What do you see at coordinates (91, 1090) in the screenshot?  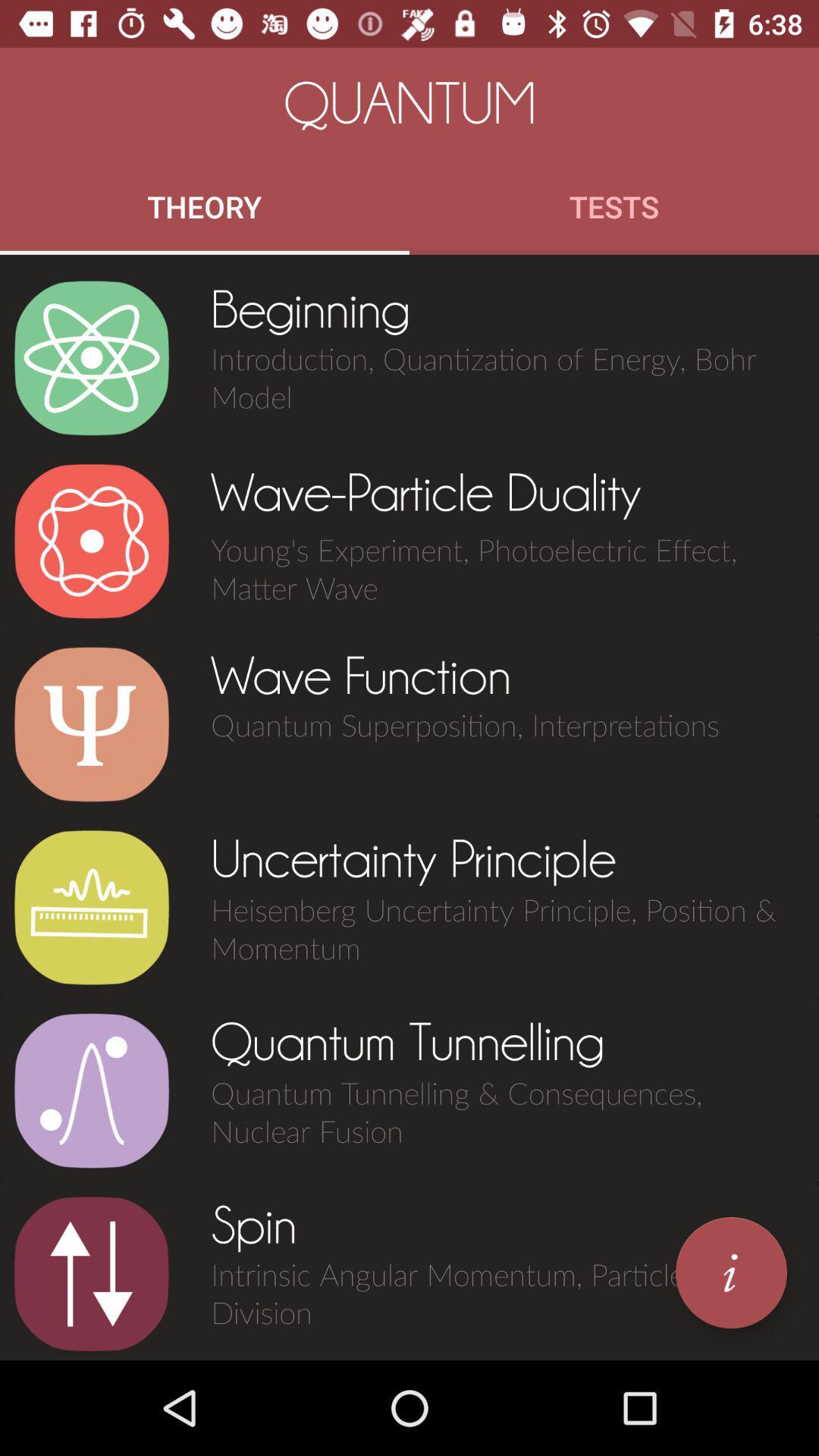 I see `the icon next to quantum tunnelling icon` at bounding box center [91, 1090].